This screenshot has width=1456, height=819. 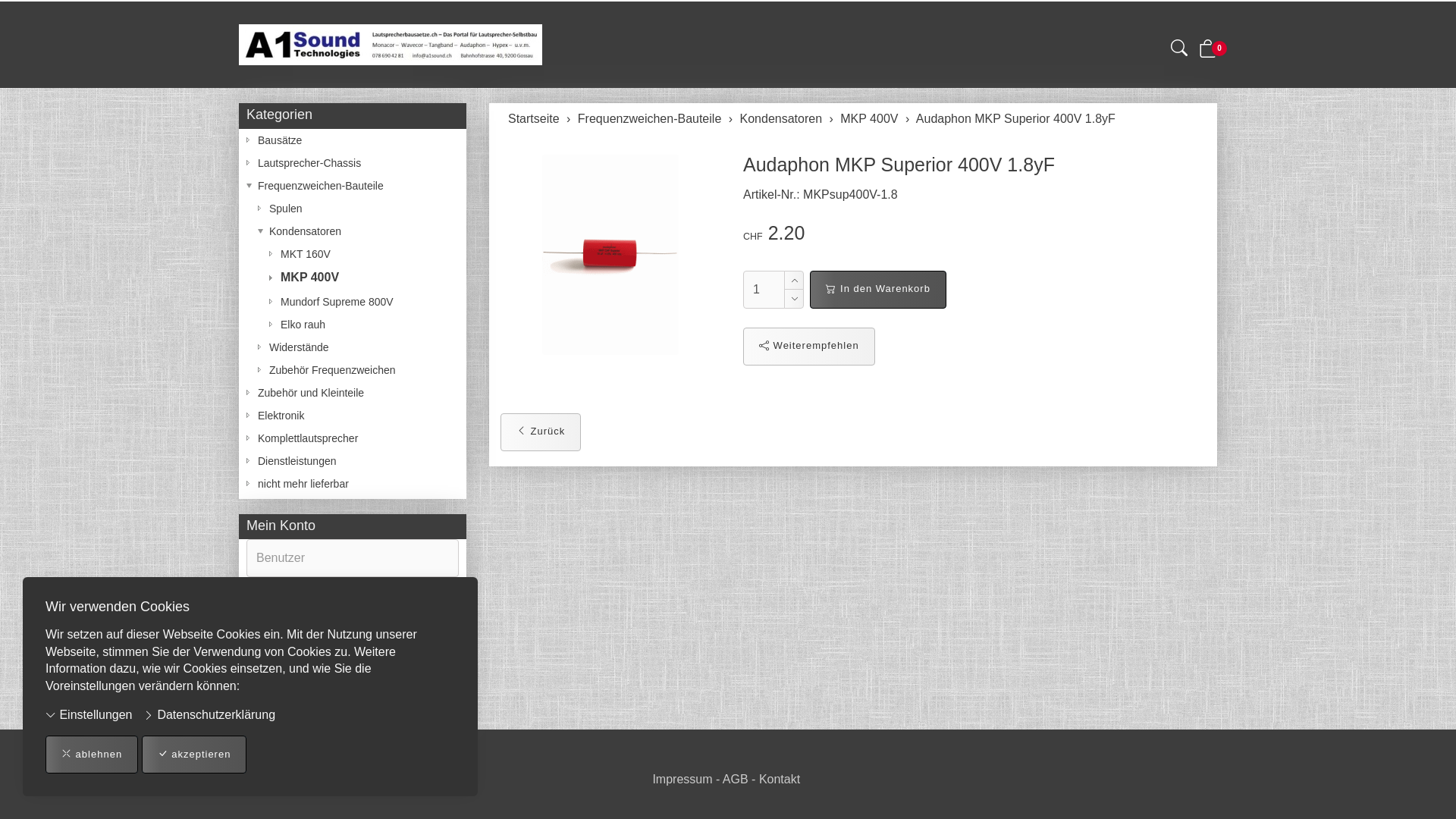 I want to click on 'Elektronik', so click(x=352, y=415).